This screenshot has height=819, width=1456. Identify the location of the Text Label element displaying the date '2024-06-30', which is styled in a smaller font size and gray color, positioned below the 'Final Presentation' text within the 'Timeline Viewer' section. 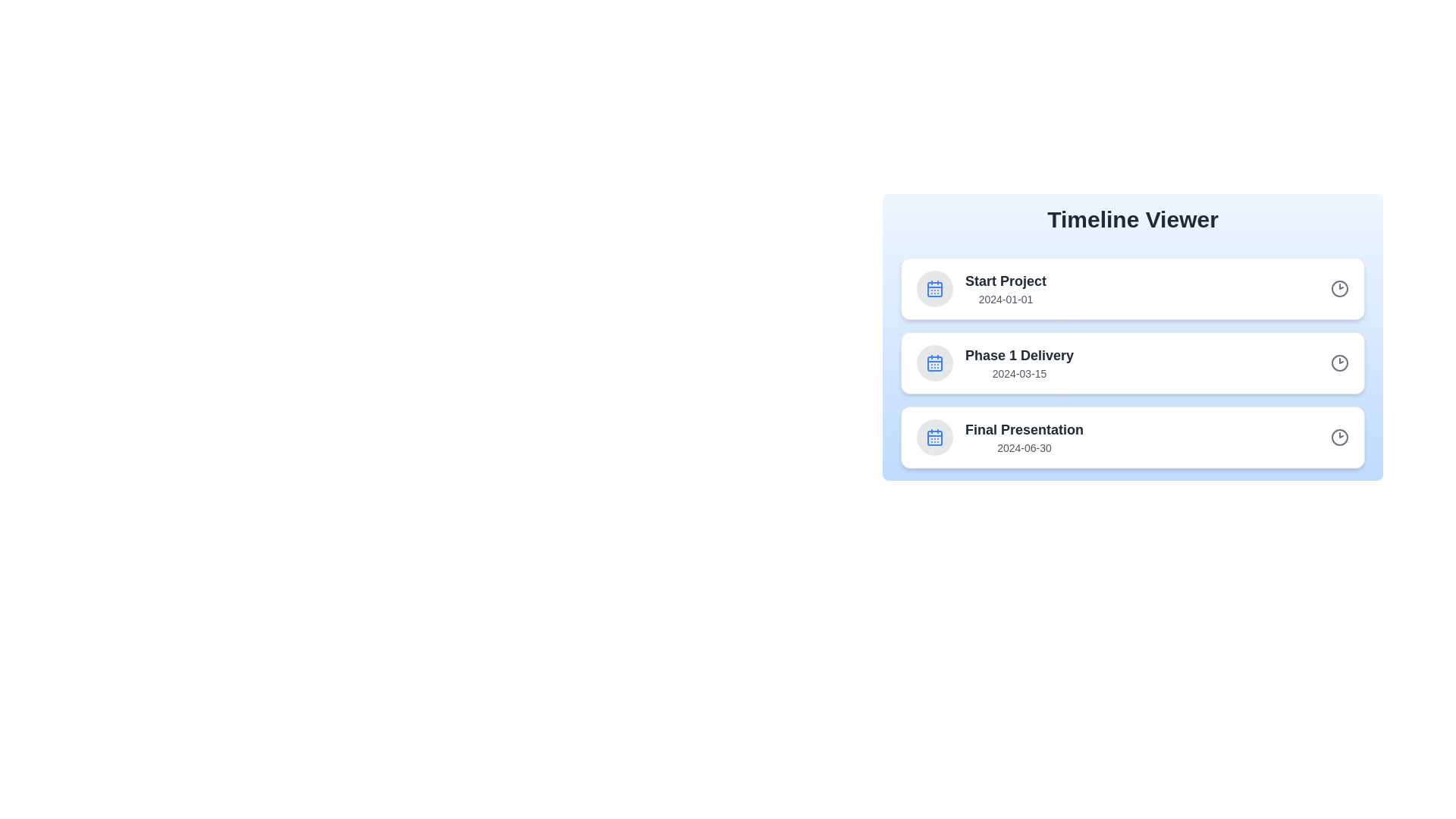
(1025, 447).